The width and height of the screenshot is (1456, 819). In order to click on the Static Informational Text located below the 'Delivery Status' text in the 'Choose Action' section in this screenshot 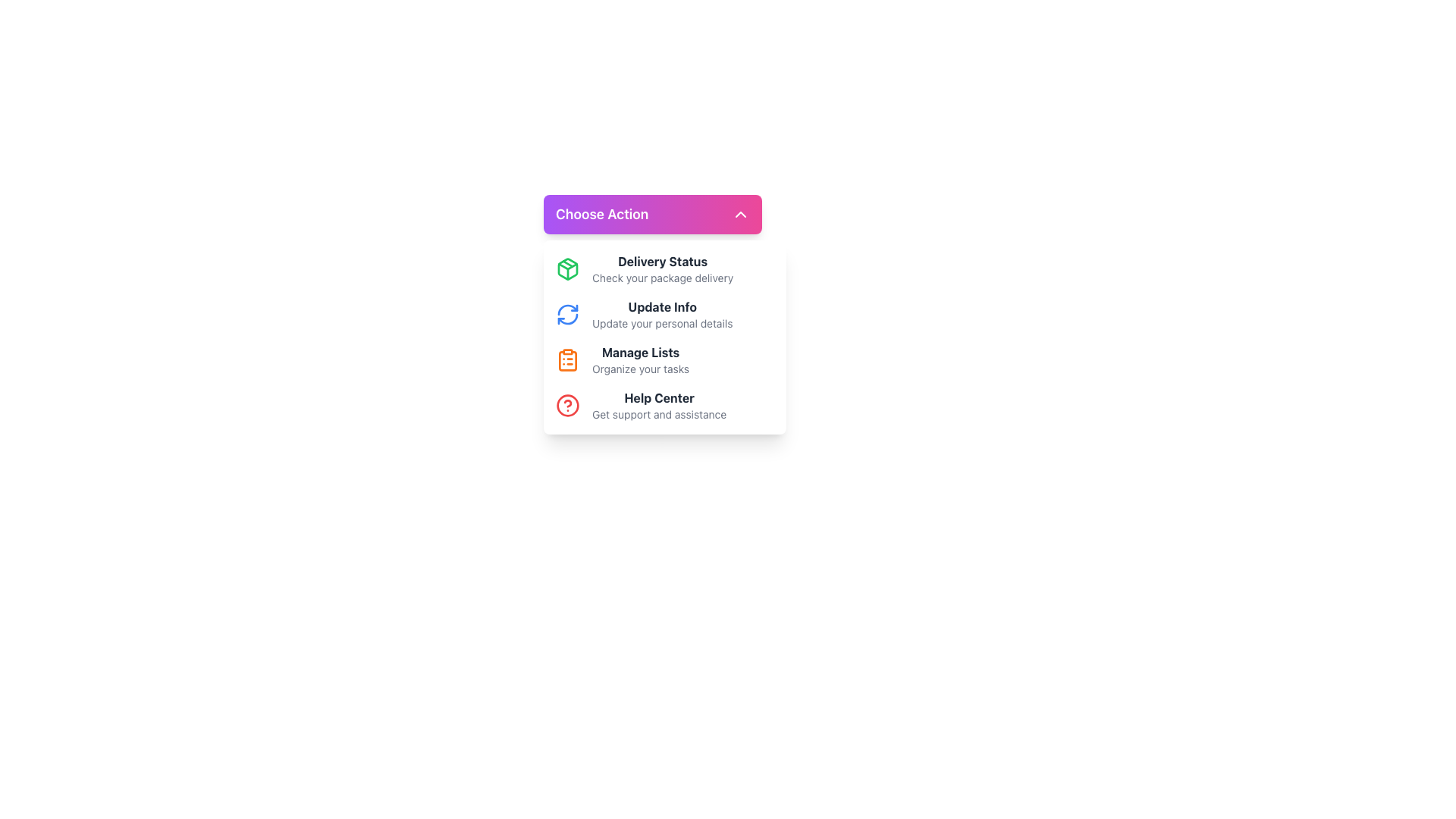, I will do `click(663, 278)`.